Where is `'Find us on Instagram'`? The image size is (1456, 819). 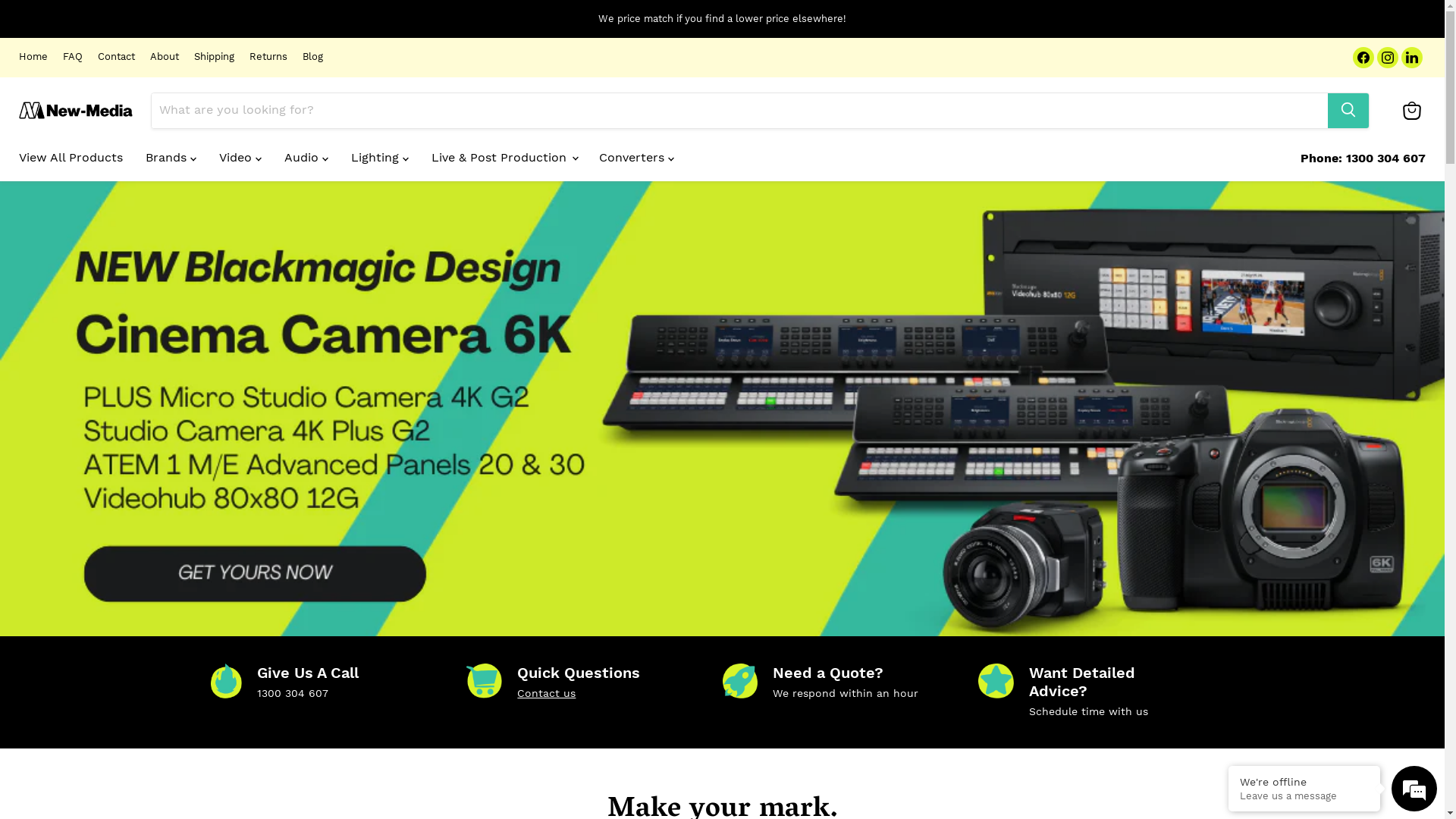 'Find us on Instagram' is located at coordinates (1387, 57).